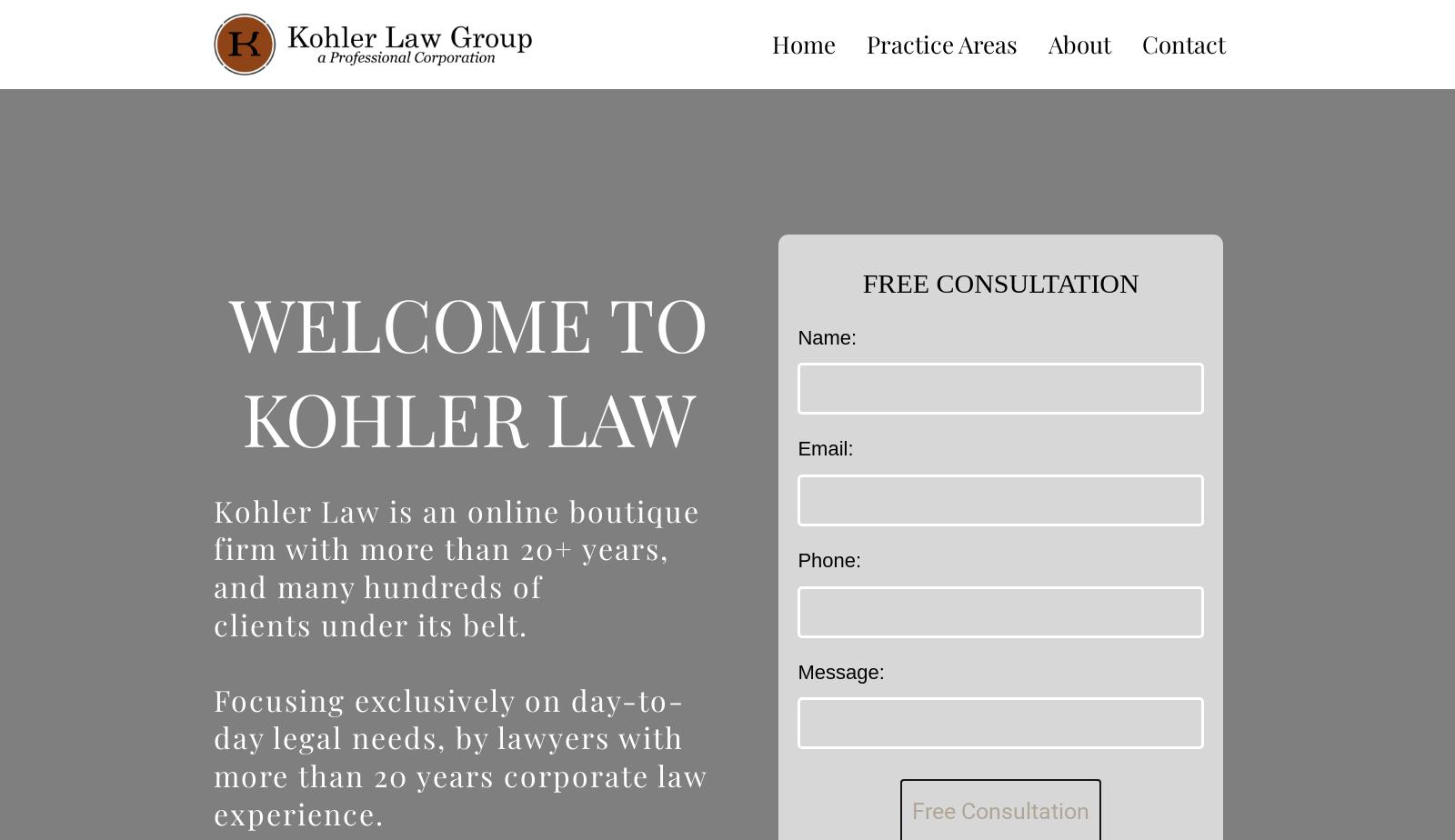 This screenshot has width=1455, height=840. Describe the element at coordinates (459, 755) in the screenshot. I see `'Focusing exclusively on day-to-day legal needs, by lawyers with more than 20 years corporate law experience.'` at that location.